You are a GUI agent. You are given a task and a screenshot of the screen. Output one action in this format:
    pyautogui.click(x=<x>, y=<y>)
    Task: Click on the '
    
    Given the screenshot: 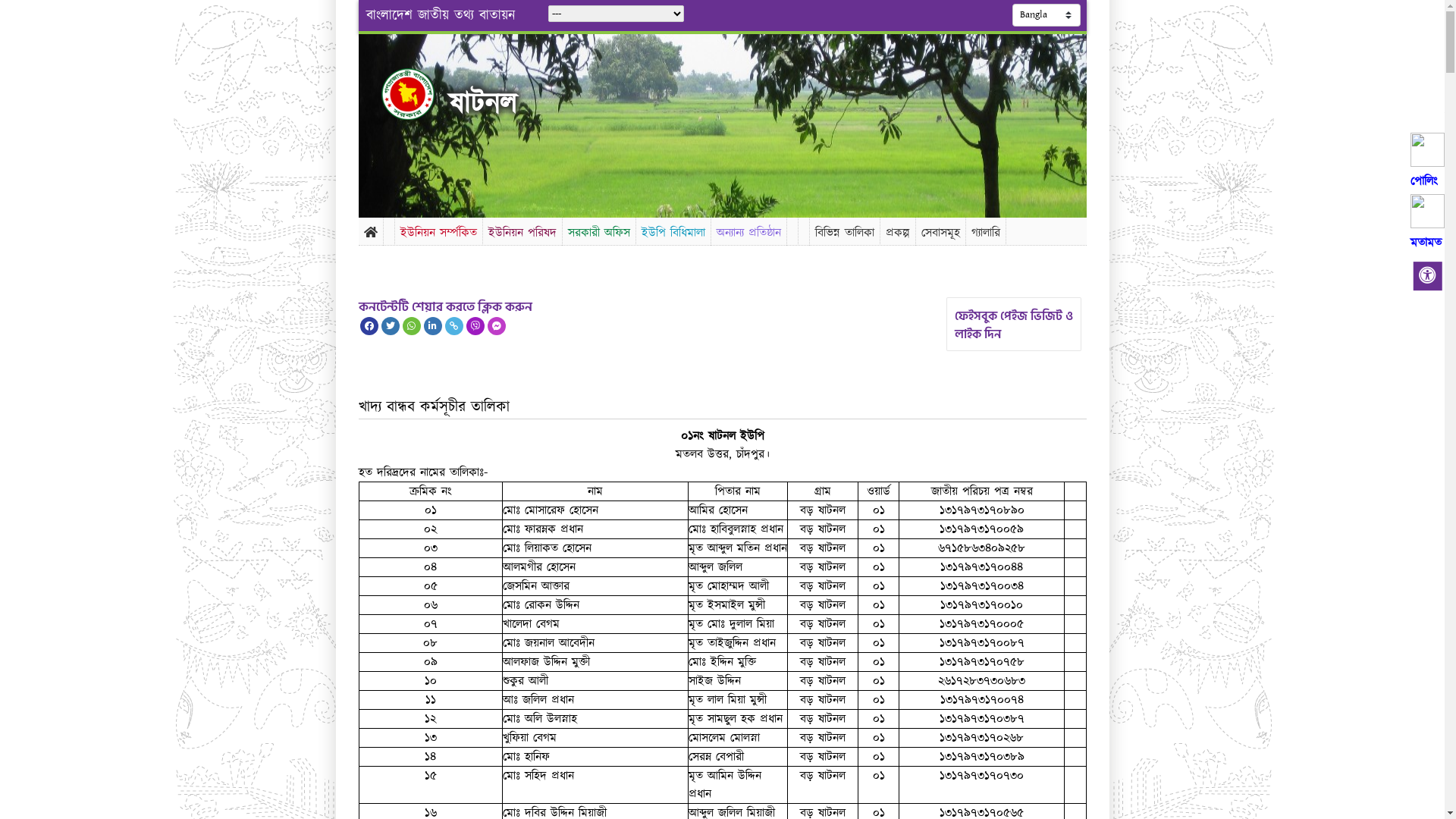 What is the action you would take?
    pyautogui.click(x=420, y=93)
    